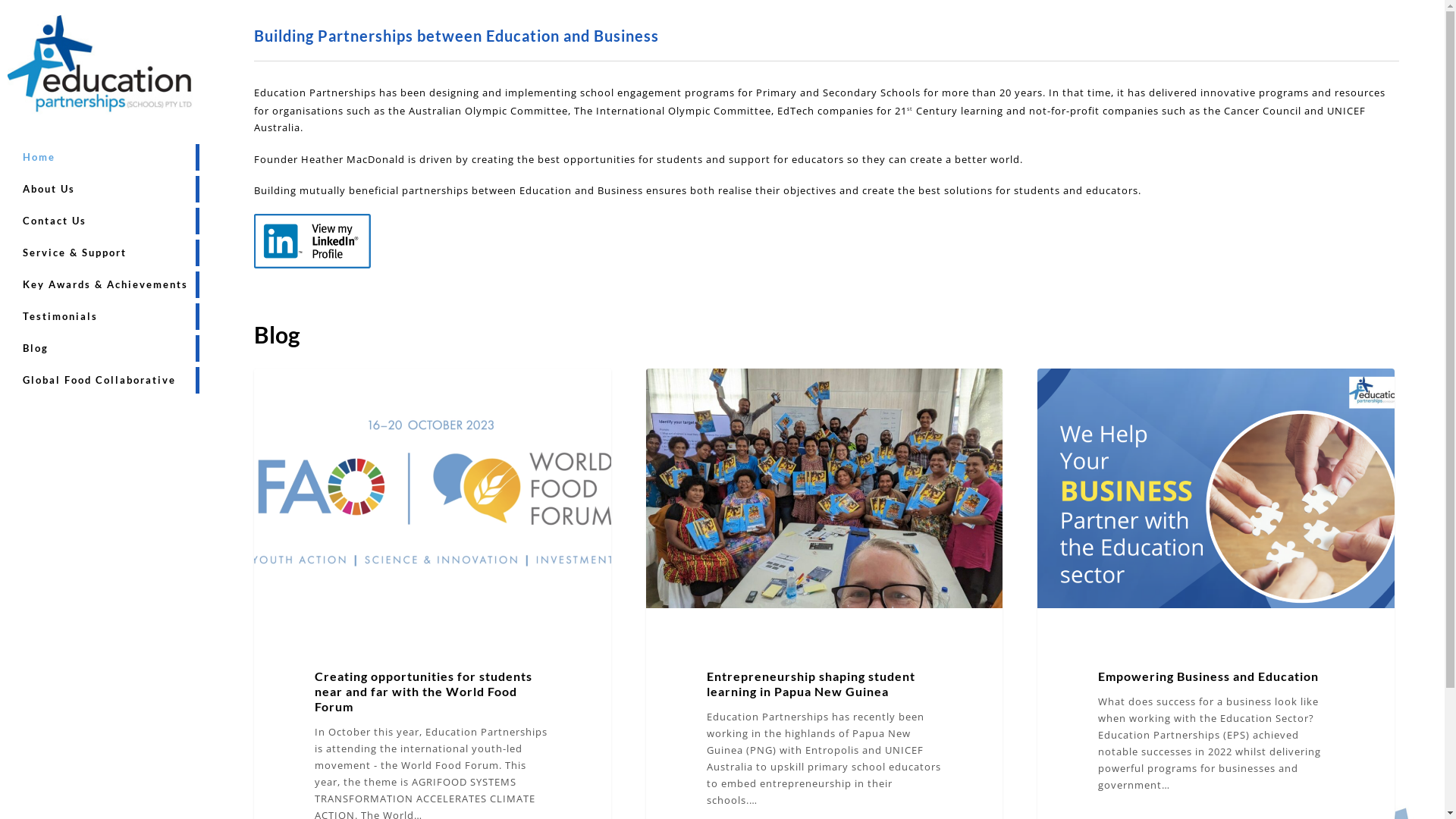 This screenshot has width=1456, height=819. Describe the element at coordinates (98, 379) in the screenshot. I see `'Global Food Collaborative'` at that location.